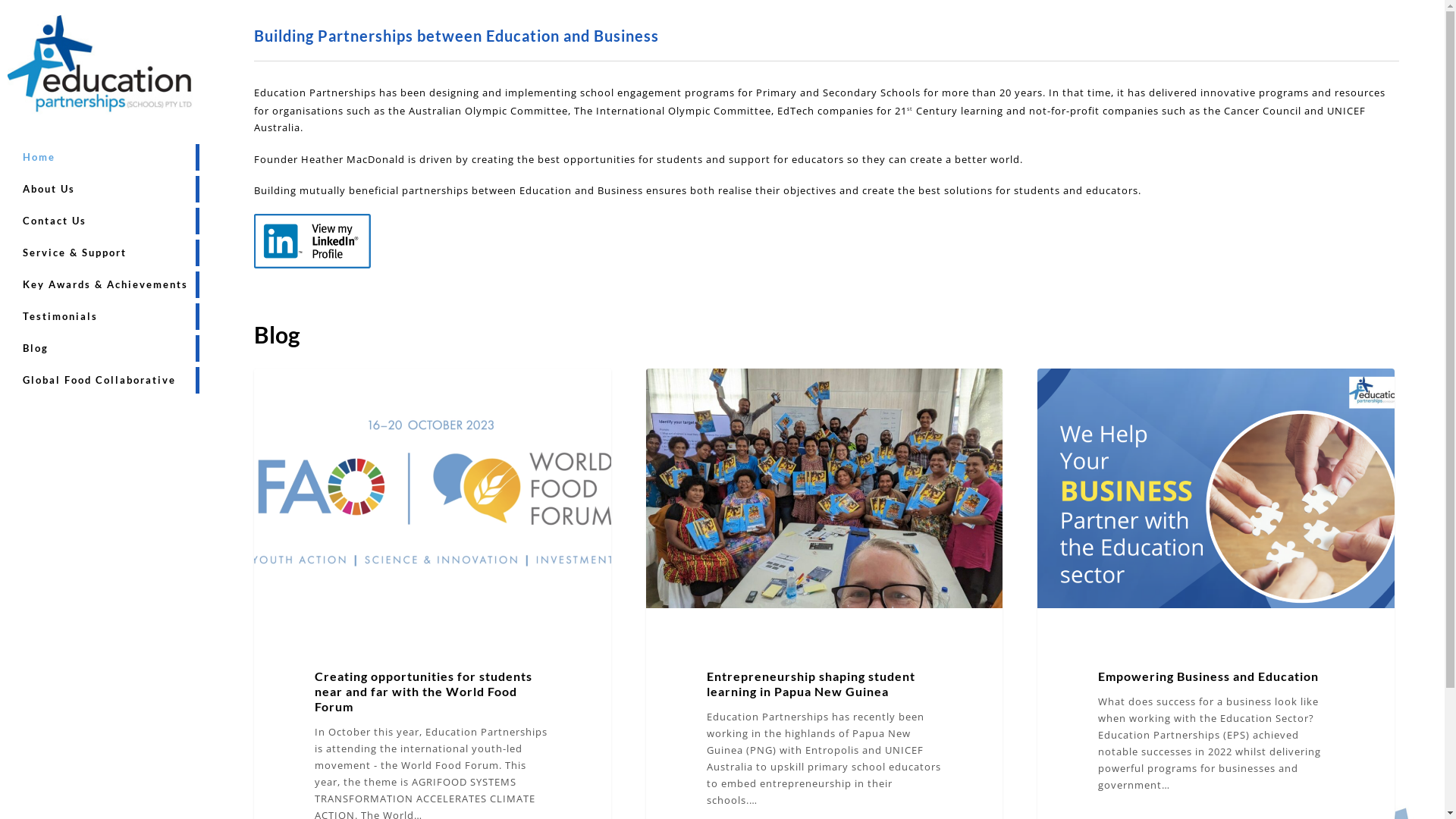 This screenshot has width=1456, height=819. Describe the element at coordinates (98, 379) in the screenshot. I see `'Global Food Collaborative'` at that location.